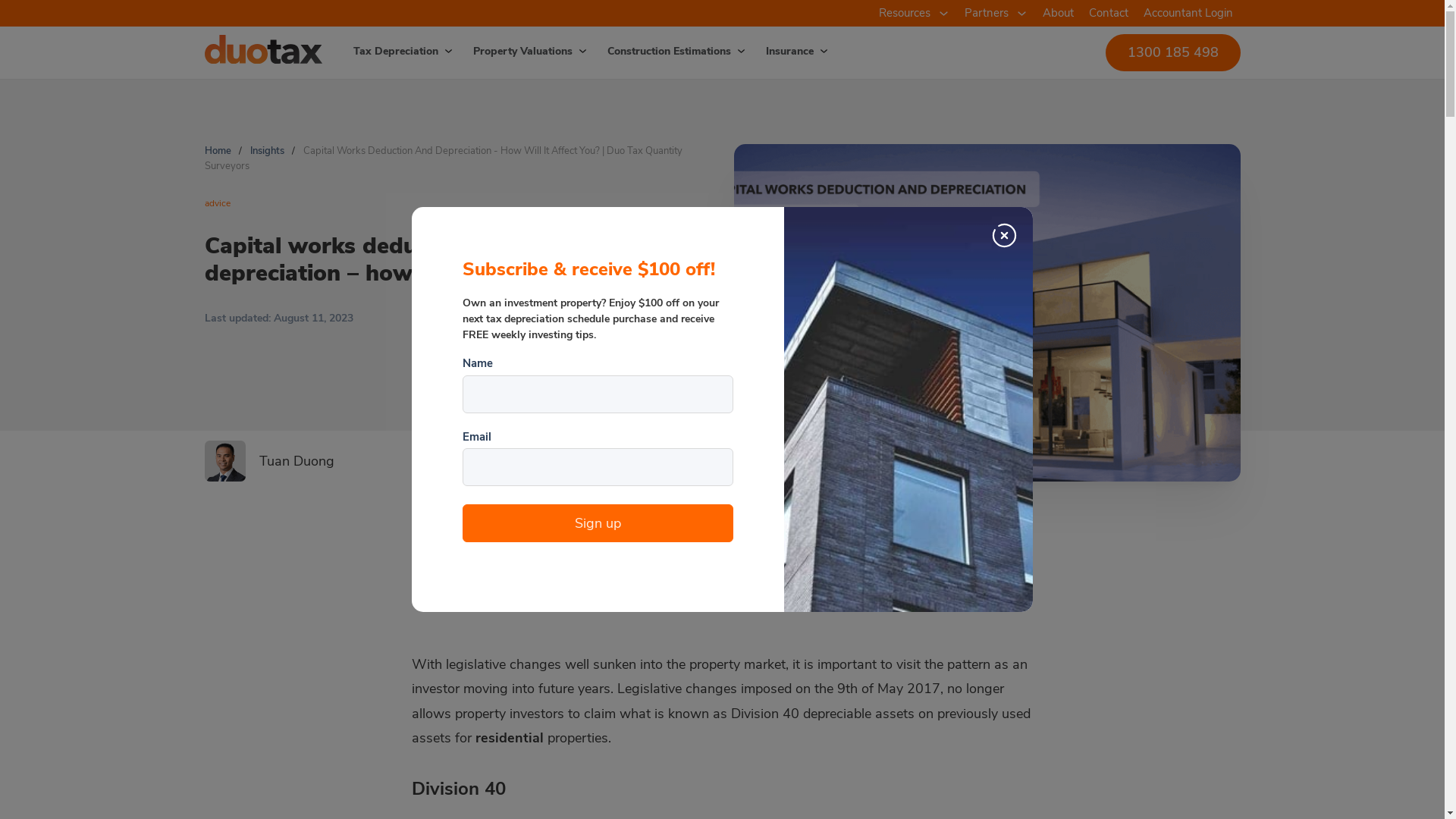  I want to click on 'Insurance', so click(780, 50).